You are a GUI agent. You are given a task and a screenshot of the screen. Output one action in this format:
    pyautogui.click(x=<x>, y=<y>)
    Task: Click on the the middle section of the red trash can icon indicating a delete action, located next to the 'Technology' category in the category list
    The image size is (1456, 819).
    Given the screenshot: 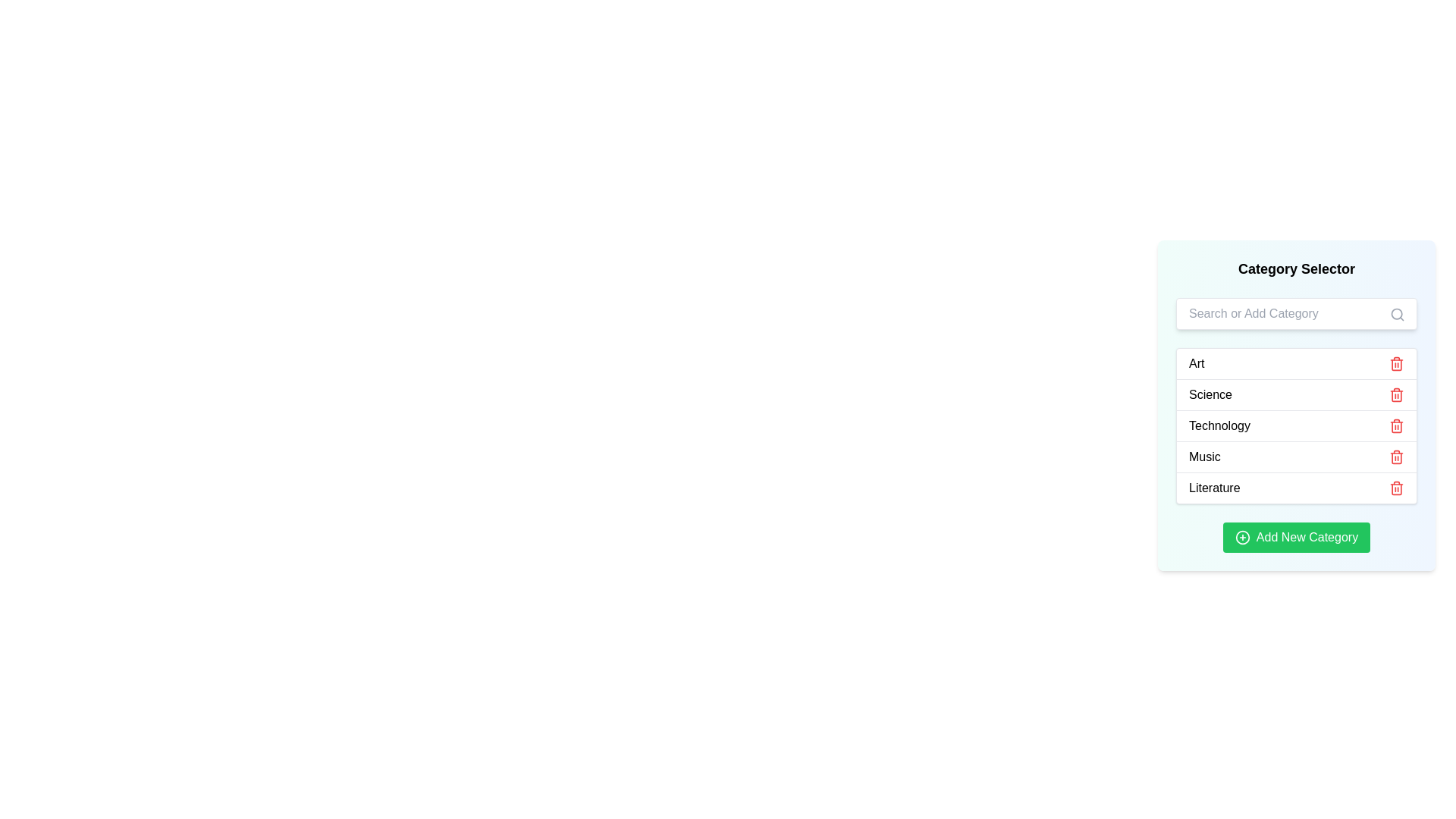 What is the action you would take?
    pyautogui.click(x=1396, y=427)
    